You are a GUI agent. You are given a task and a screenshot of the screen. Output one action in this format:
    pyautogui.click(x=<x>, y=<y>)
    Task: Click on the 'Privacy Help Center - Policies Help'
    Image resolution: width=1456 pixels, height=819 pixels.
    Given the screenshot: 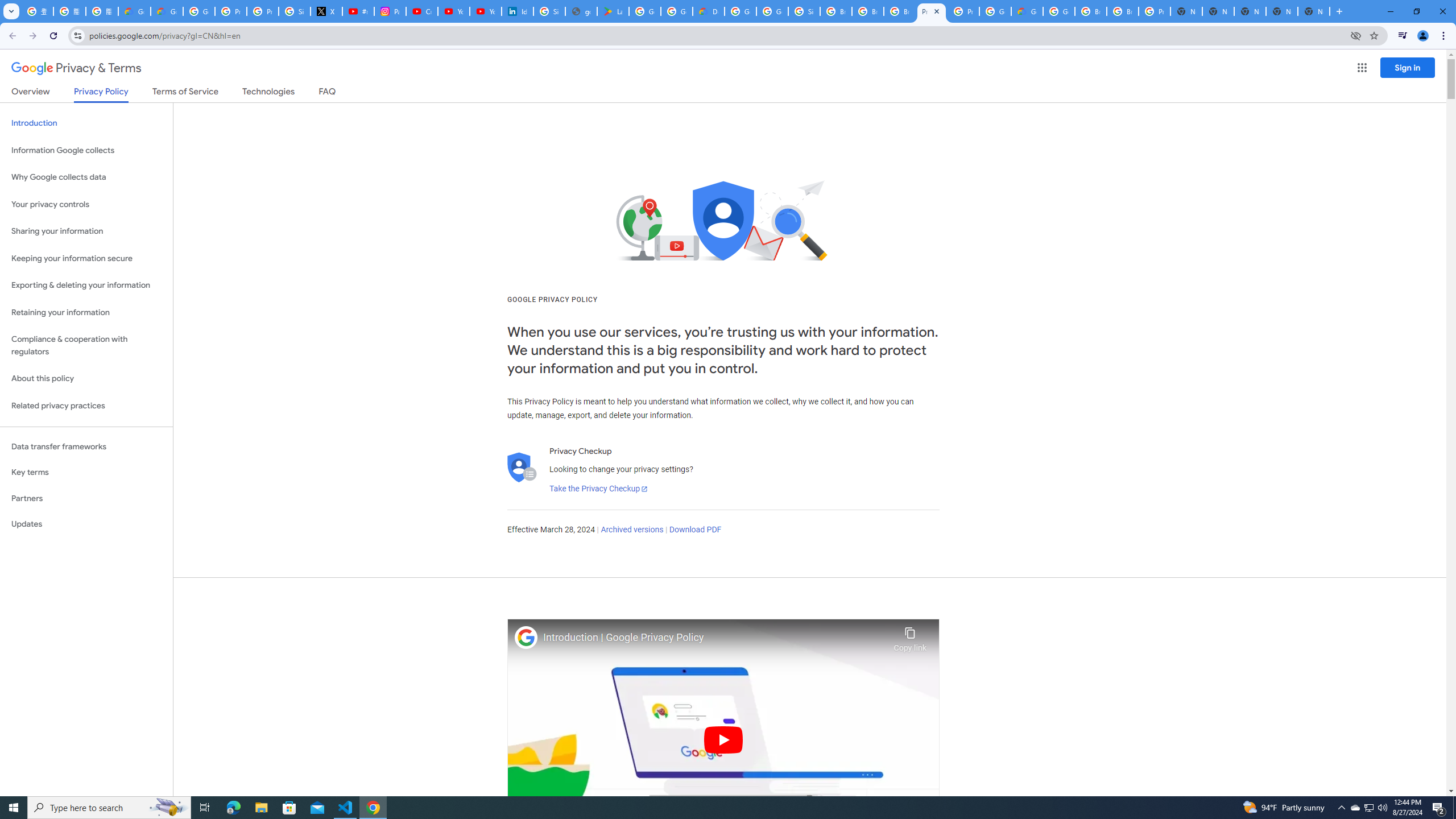 What is the action you would take?
    pyautogui.click(x=262, y=11)
    